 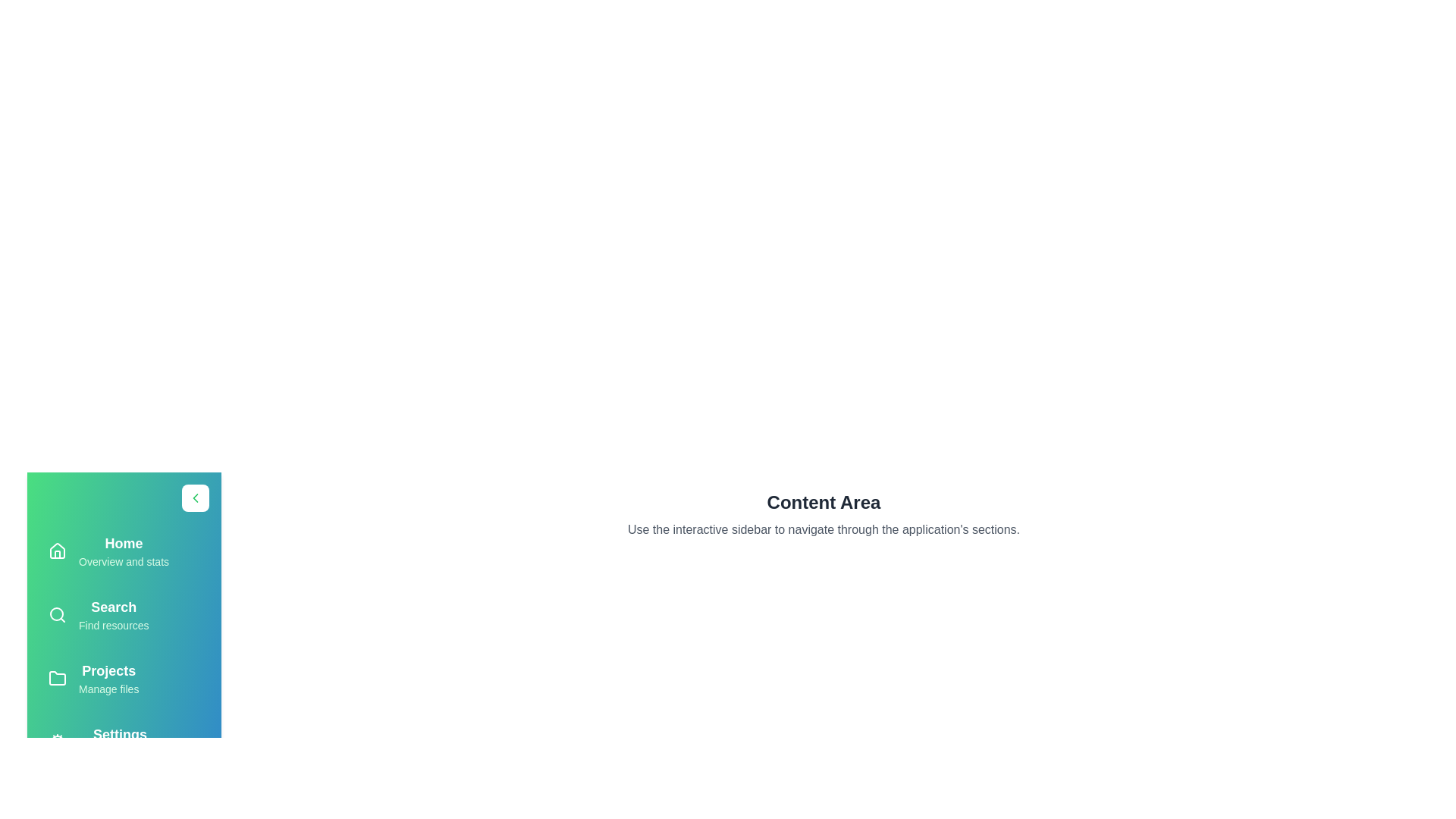 I want to click on the menu item Home to highlight it, so click(x=124, y=551).